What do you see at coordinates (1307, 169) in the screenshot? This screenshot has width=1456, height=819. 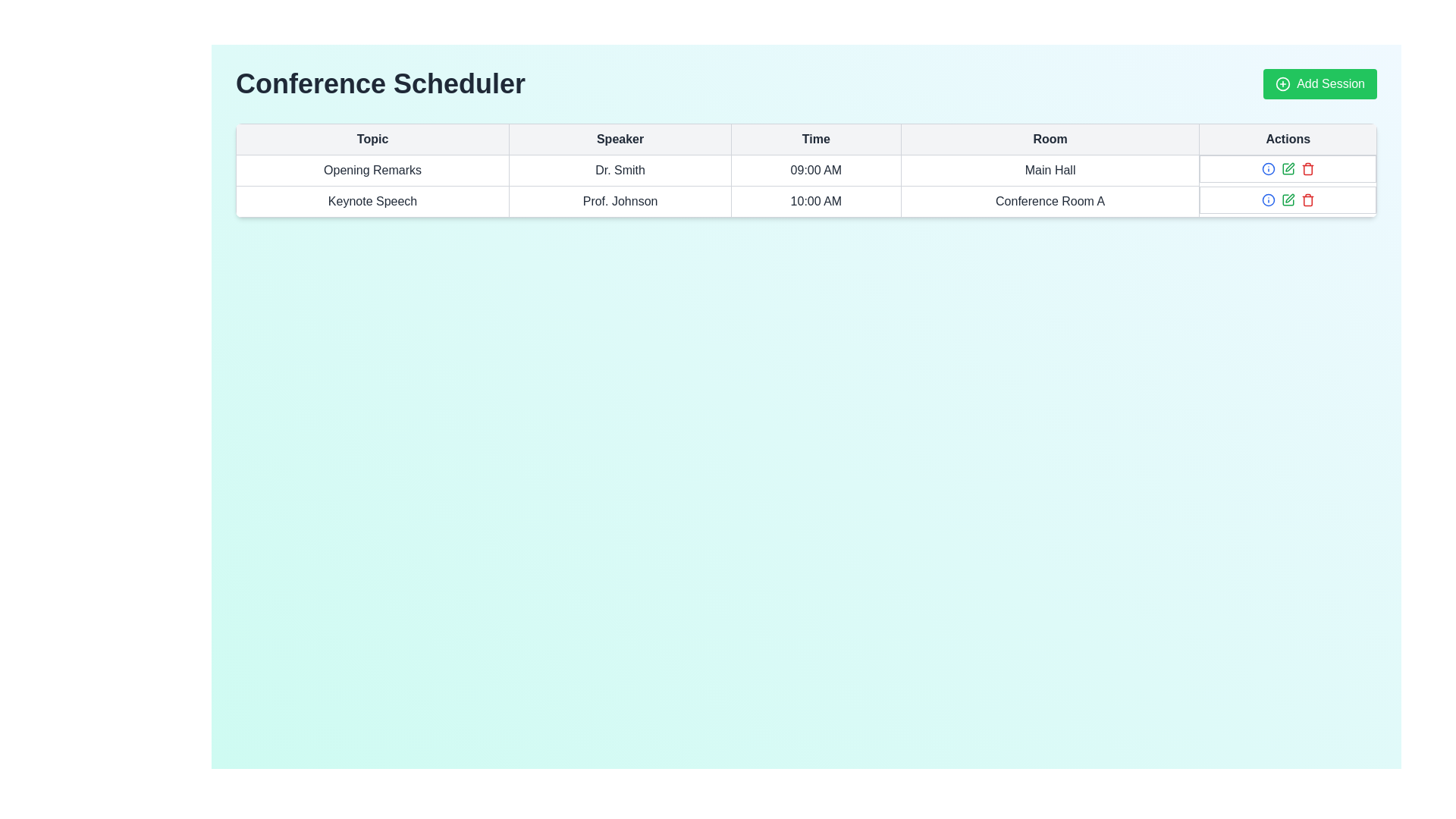 I see `the delete button located in the 'Actions' column of the first row in the table` at bounding box center [1307, 169].